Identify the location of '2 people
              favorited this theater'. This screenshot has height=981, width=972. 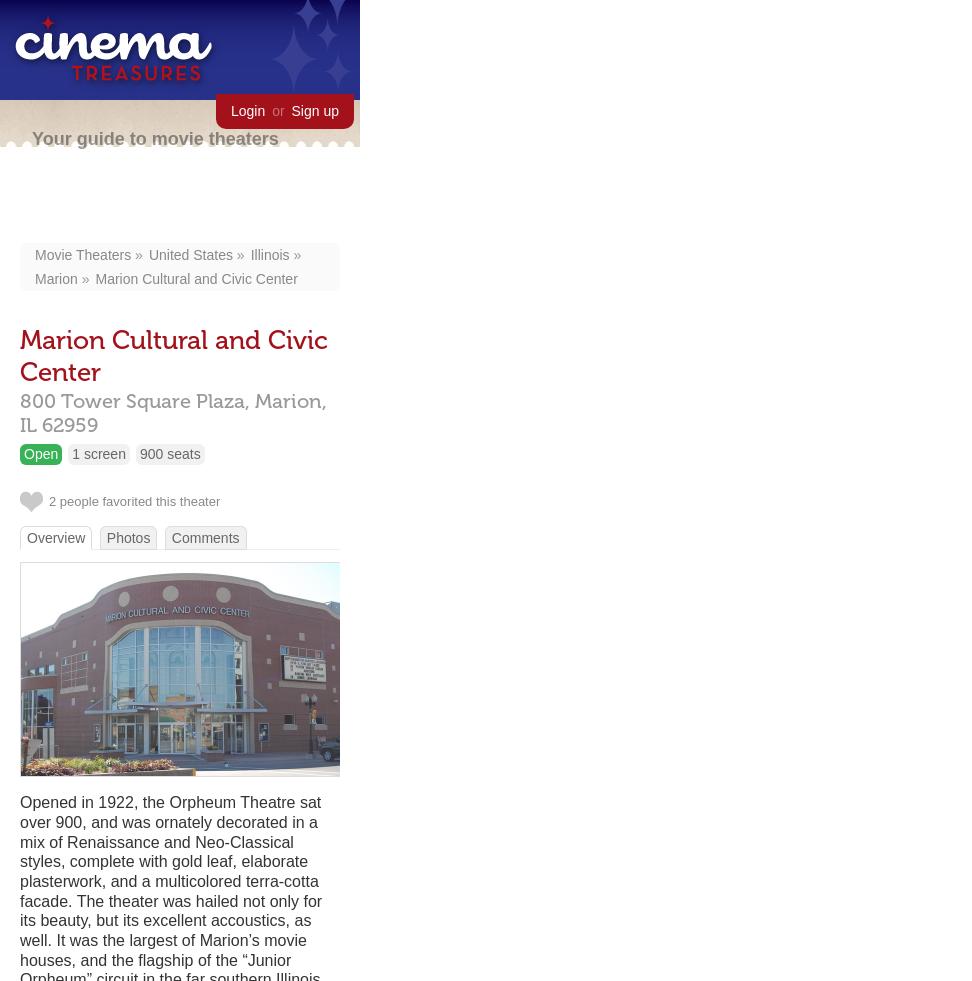
(134, 500).